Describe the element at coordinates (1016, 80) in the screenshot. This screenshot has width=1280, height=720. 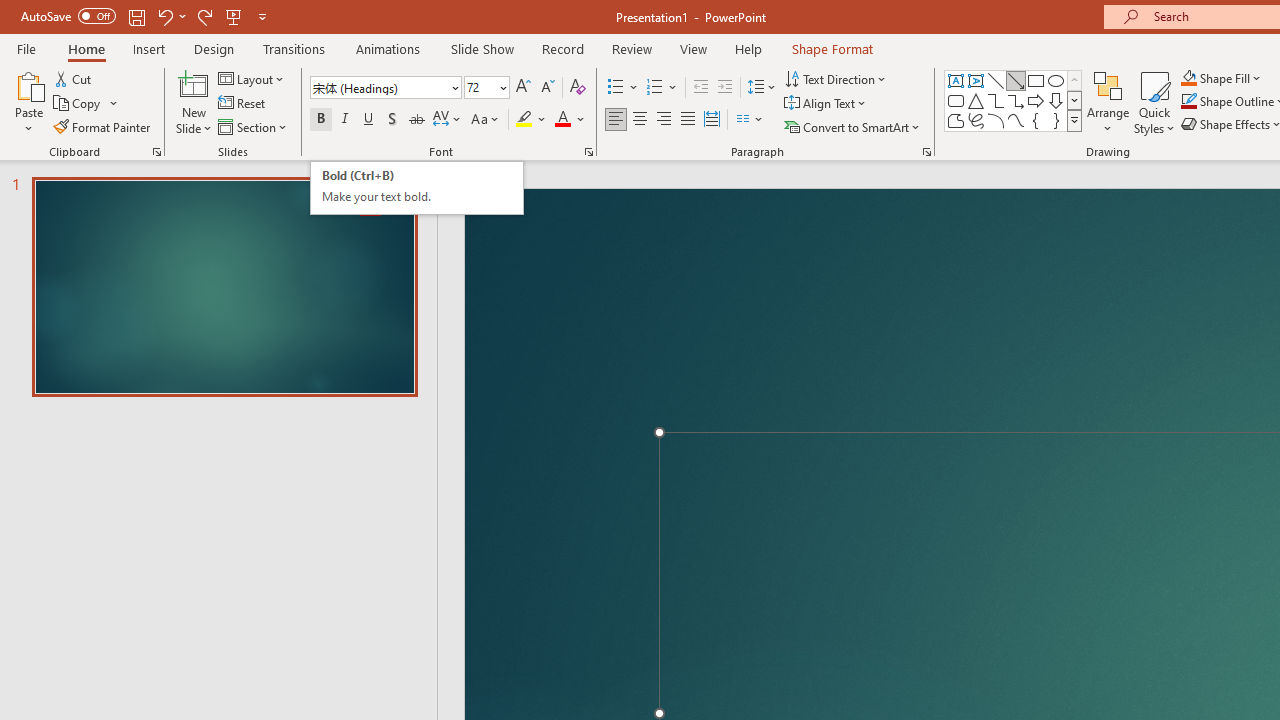
I see `'Line Arrow'` at that location.